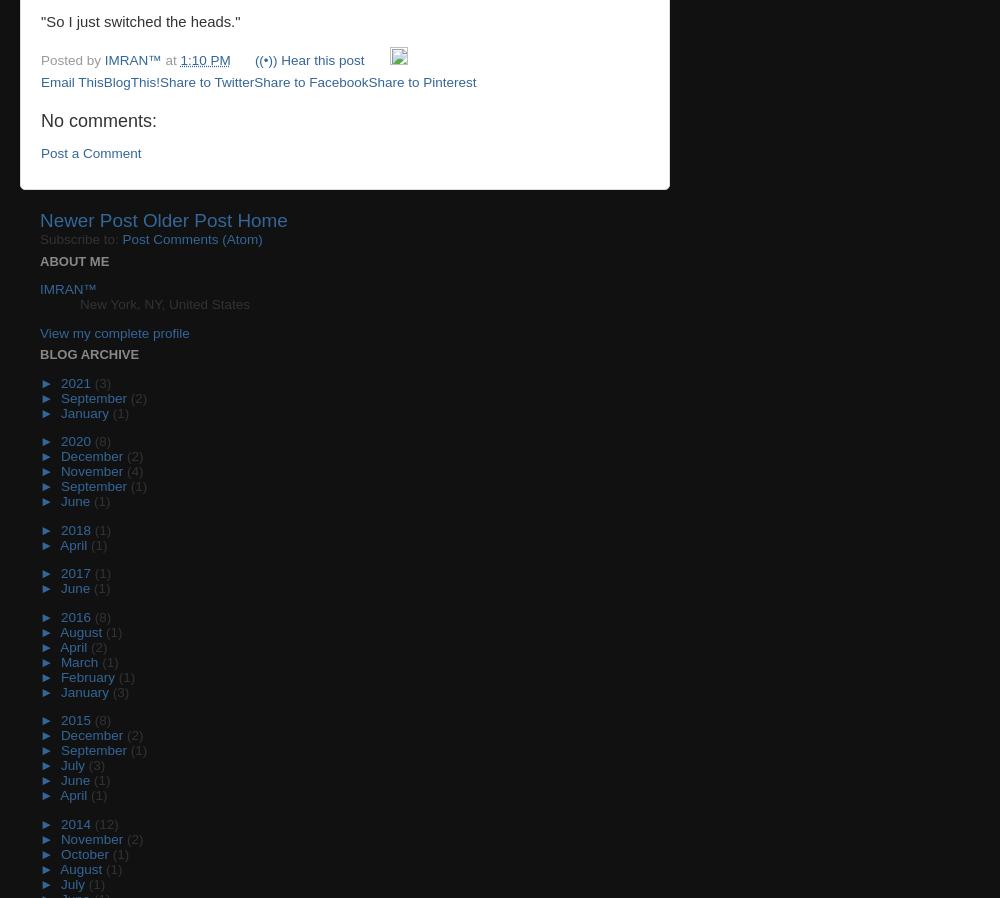  What do you see at coordinates (76, 720) in the screenshot?
I see `'2015'` at bounding box center [76, 720].